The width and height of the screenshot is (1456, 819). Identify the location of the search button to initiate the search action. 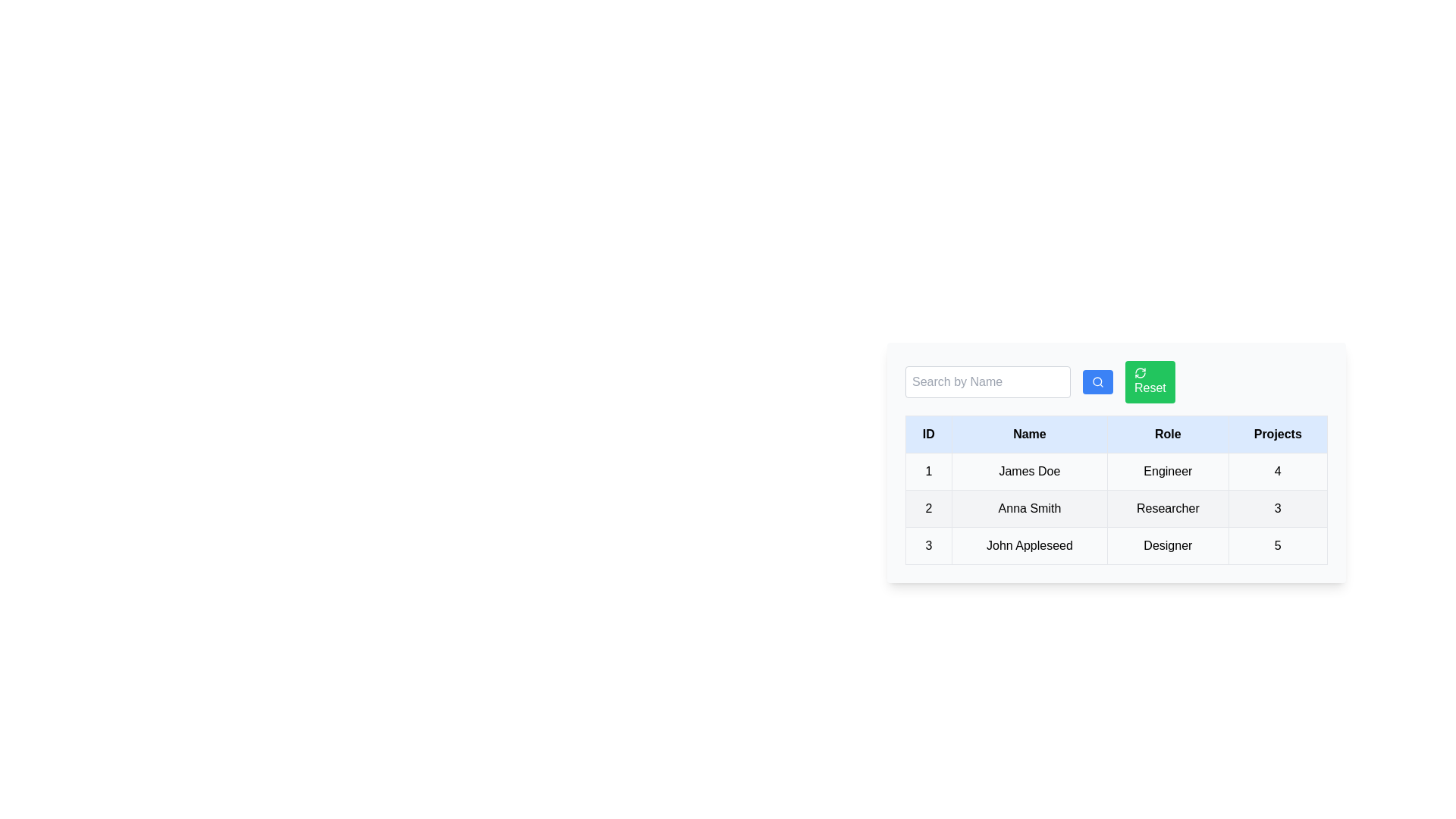
(1098, 381).